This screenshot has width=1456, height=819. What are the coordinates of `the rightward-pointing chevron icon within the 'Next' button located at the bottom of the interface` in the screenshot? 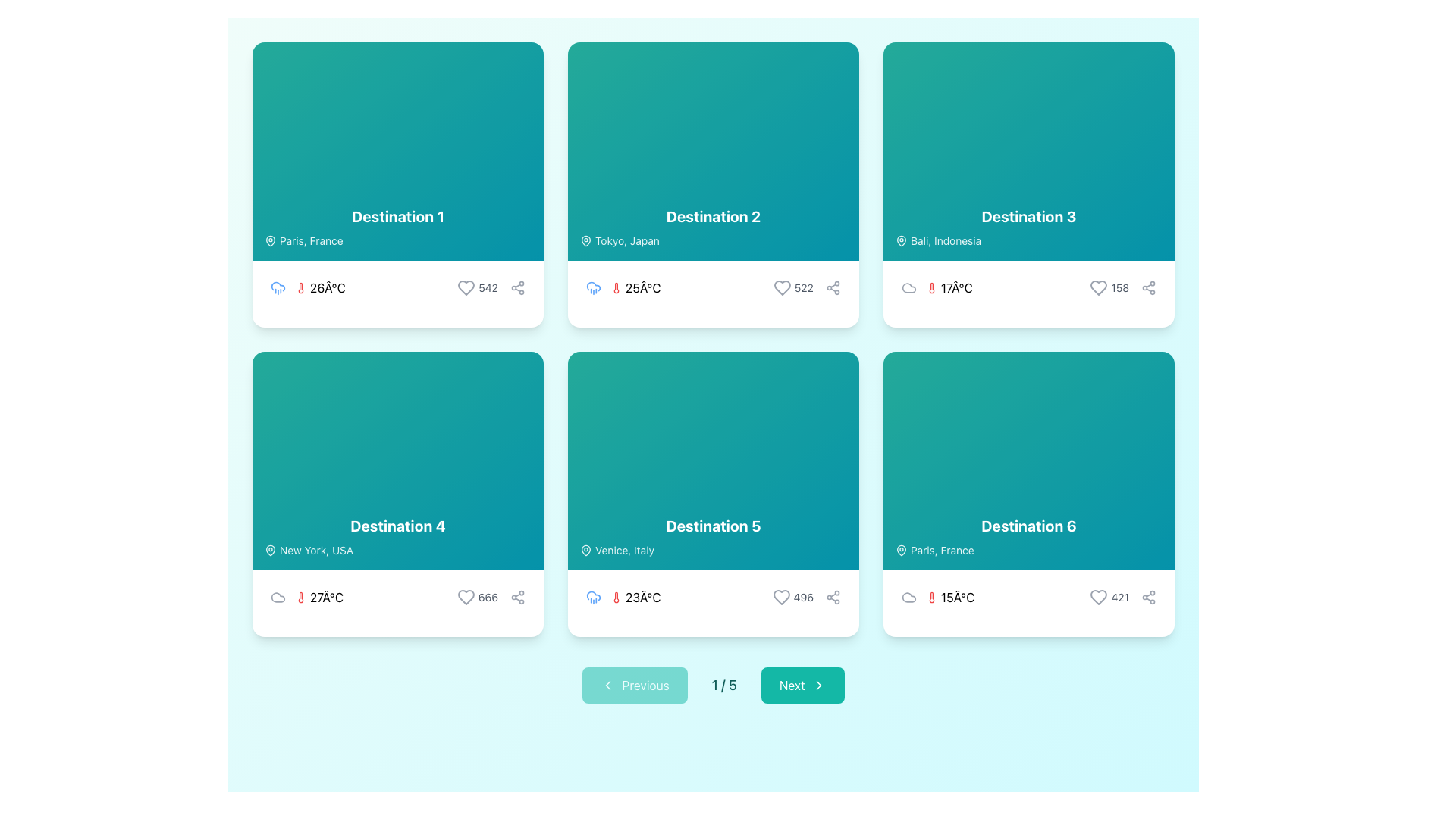 It's located at (817, 685).